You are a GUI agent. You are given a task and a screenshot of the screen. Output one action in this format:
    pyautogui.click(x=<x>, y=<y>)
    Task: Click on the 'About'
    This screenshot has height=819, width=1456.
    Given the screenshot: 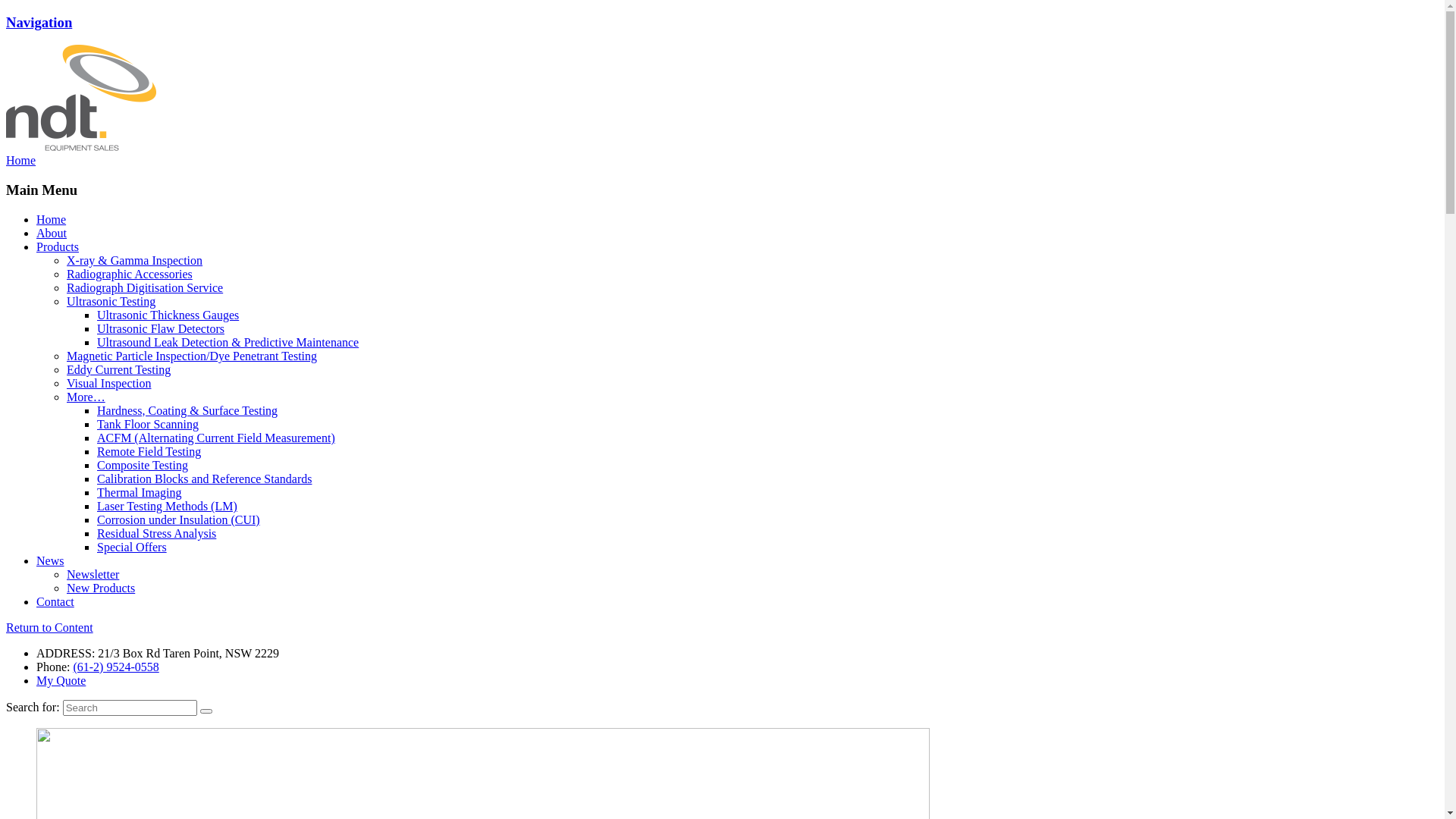 What is the action you would take?
    pyautogui.click(x=51, y=233)
    